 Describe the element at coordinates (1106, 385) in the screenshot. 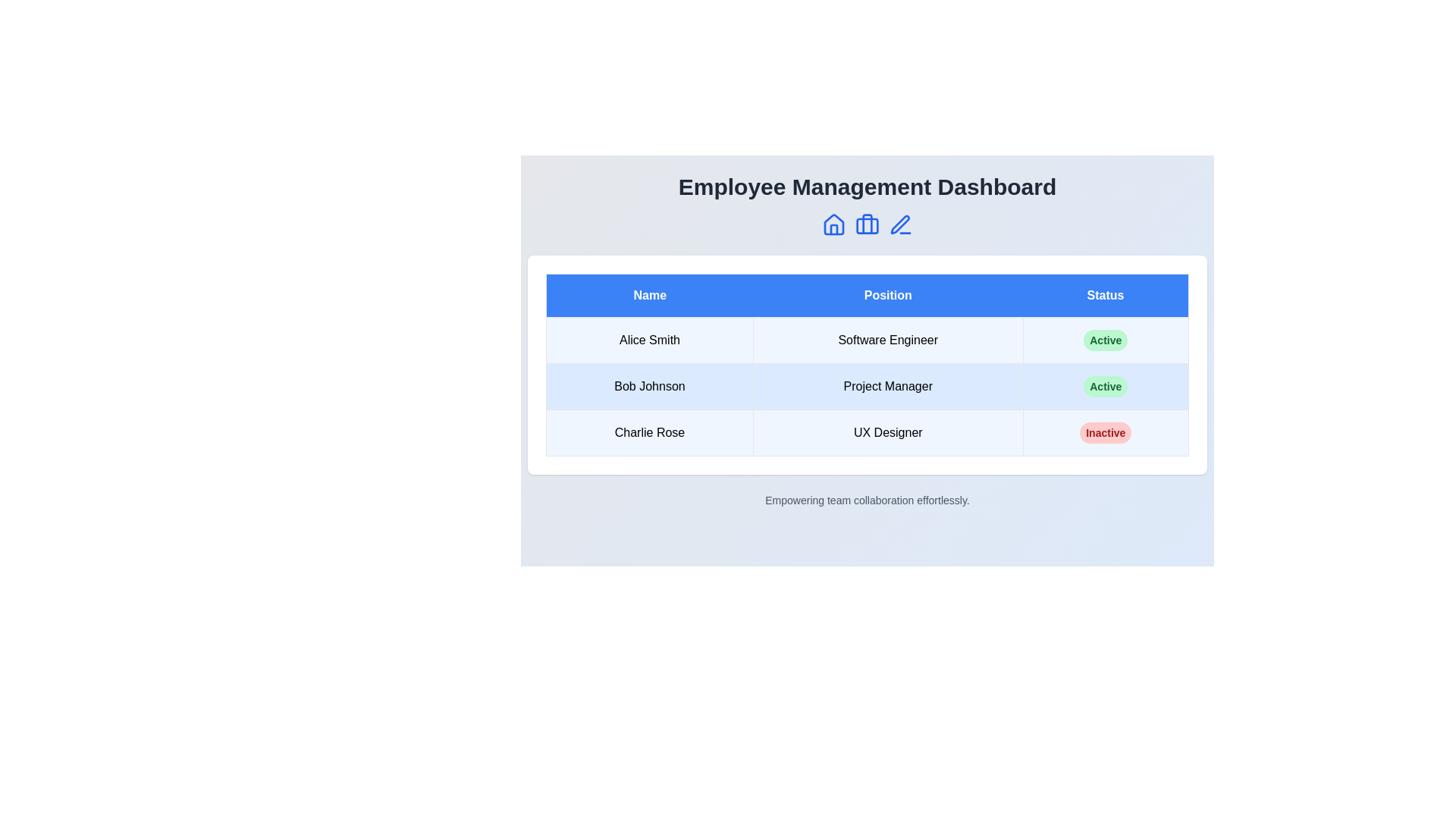

I see `text of the 'Active' status badge for 'Bob Johnson' located in the third column of the second row of the status table` at that location.